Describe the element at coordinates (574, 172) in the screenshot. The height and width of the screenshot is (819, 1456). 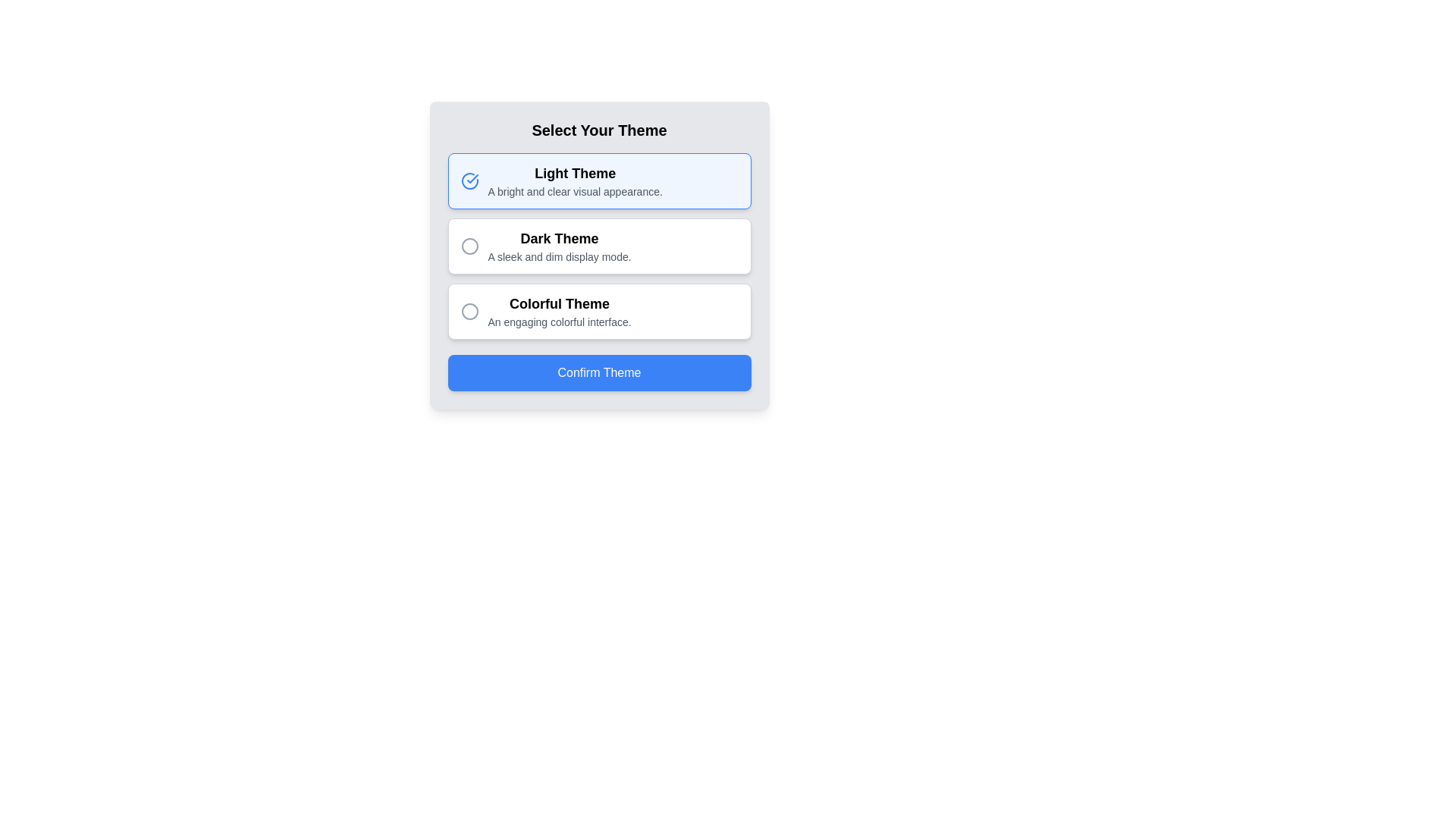
I see `the label element that serves as the title for the first theme option, which is labeled 'Light Theme' and provides a description for a bright and clear visual appearance` at that location.